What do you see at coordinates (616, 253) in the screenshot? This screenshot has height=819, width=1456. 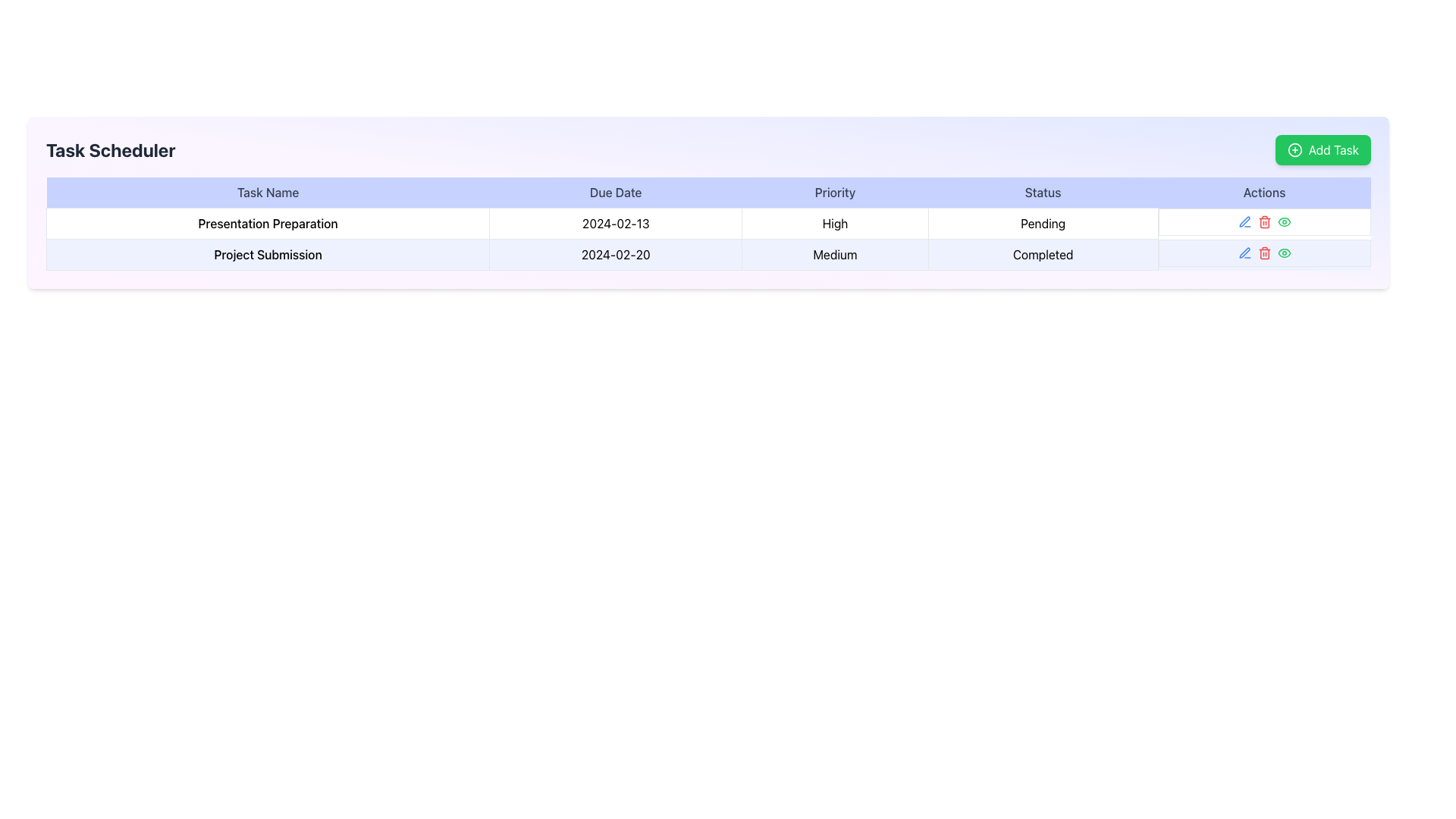 I see `the text label displaying the due date for a task entry in the task scheduling table, located in the second cell of the second row under the 'Due Date' column` at bounding box center [616, 253].